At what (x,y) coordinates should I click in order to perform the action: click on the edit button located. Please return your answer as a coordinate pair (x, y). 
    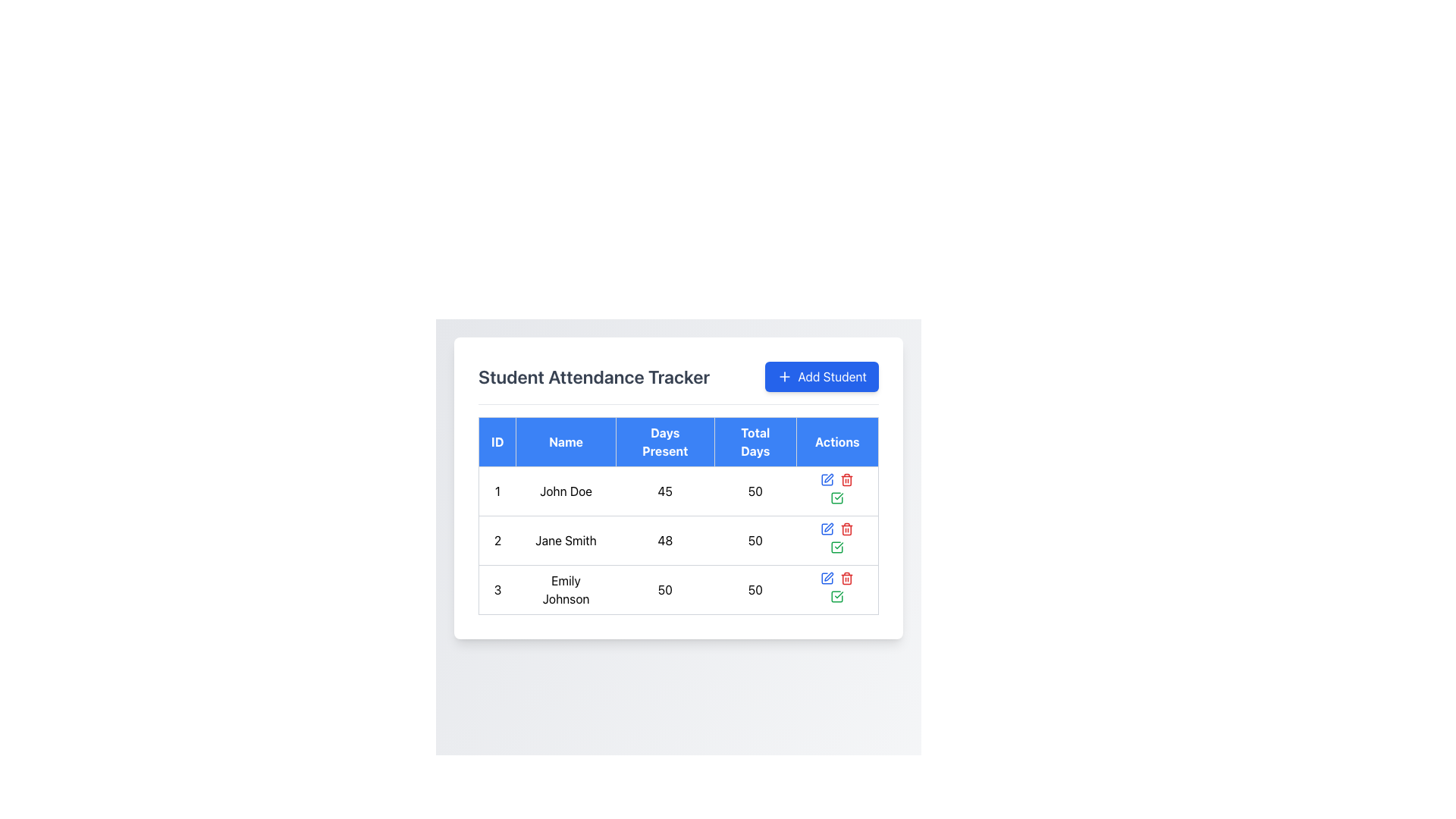
    Looking at the image, I should click on (827, 579).